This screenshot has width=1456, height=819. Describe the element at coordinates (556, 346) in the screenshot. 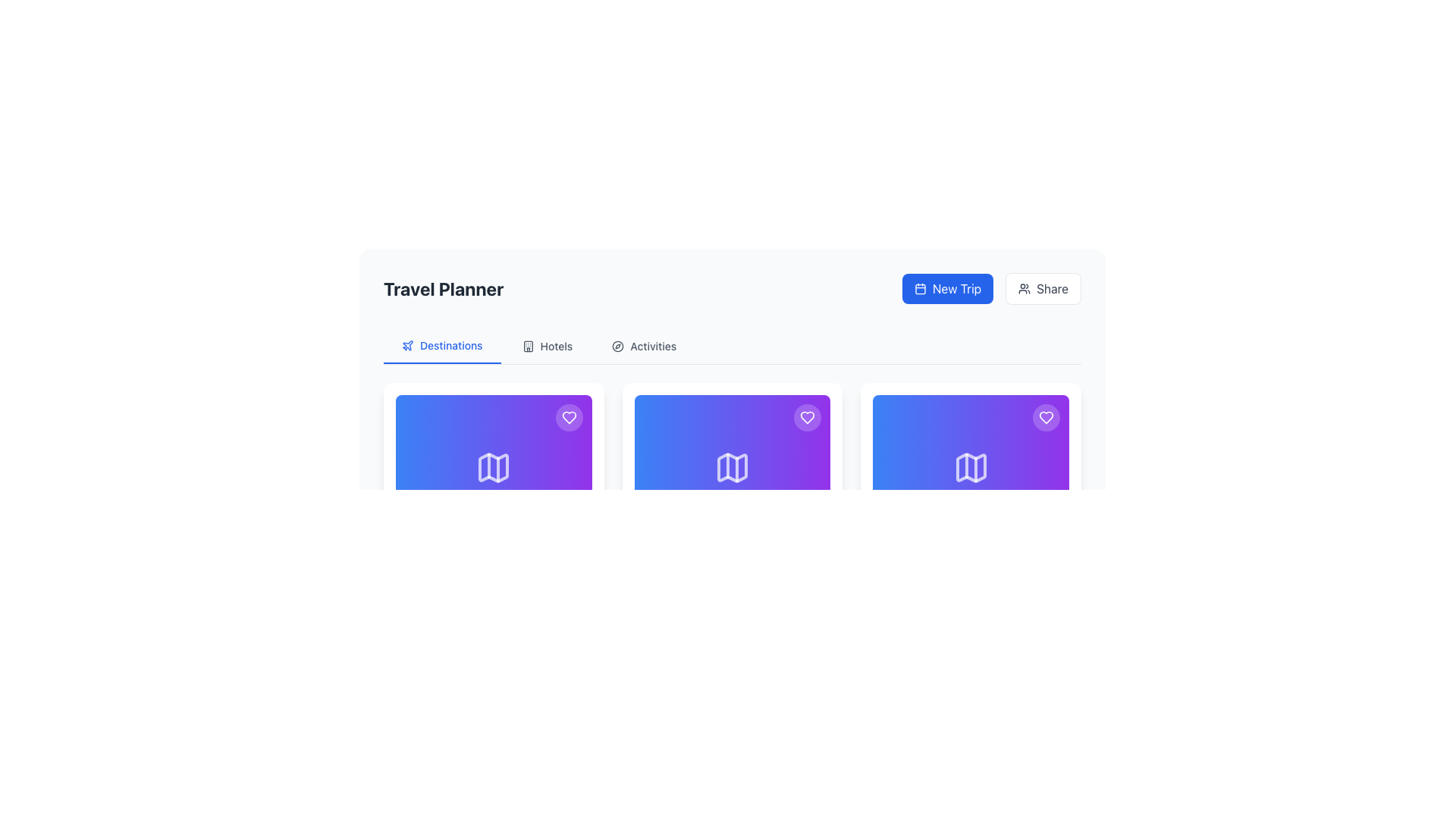

I see `the second item in the horizontal navigation menu bar, which serves as a navigation option to hotel information or bookings` at that location.